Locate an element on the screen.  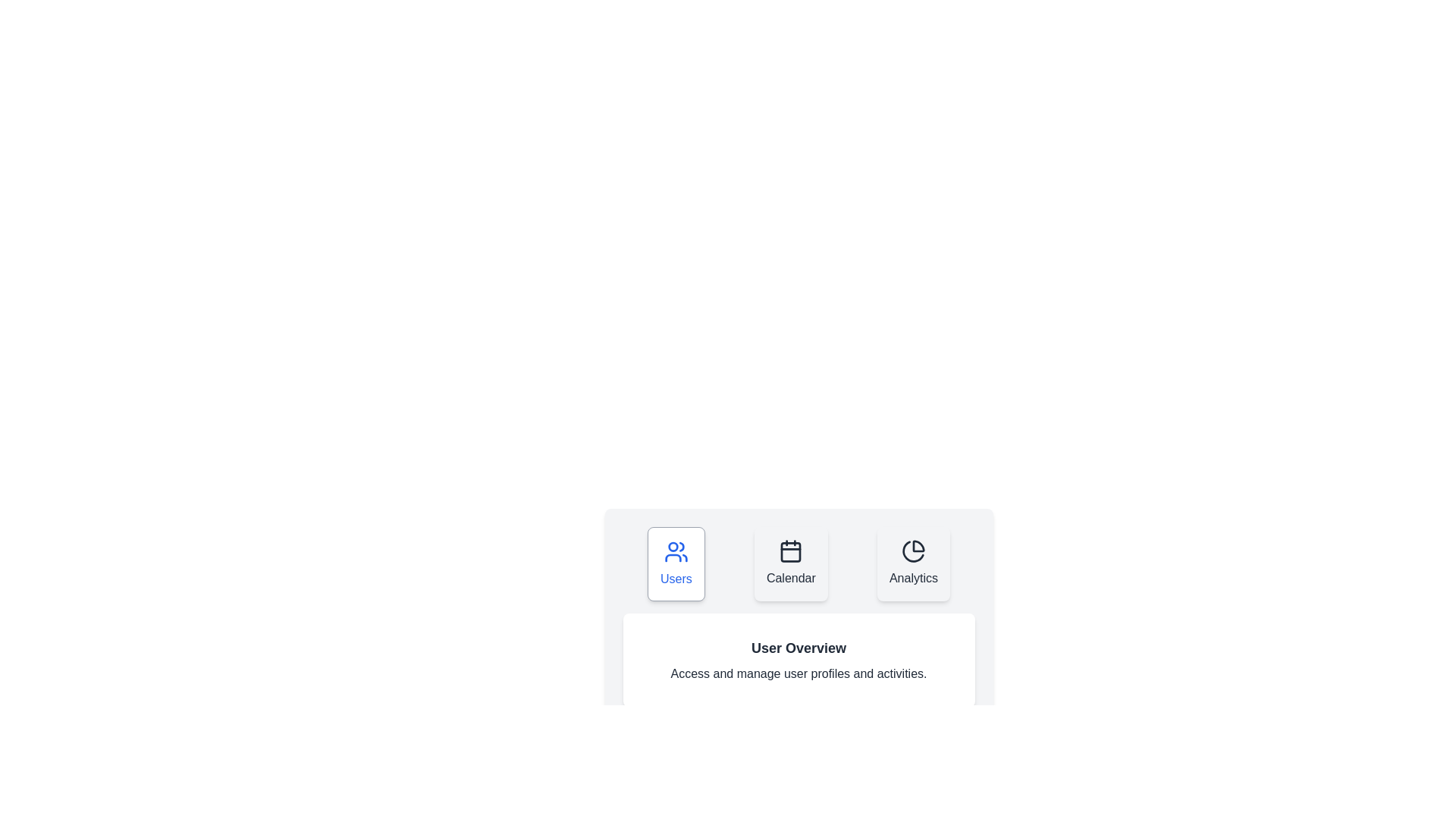
the Button with icon that displays 'Users', 'Calendar', and 'Analytics' is located at coordinates (798, 564).